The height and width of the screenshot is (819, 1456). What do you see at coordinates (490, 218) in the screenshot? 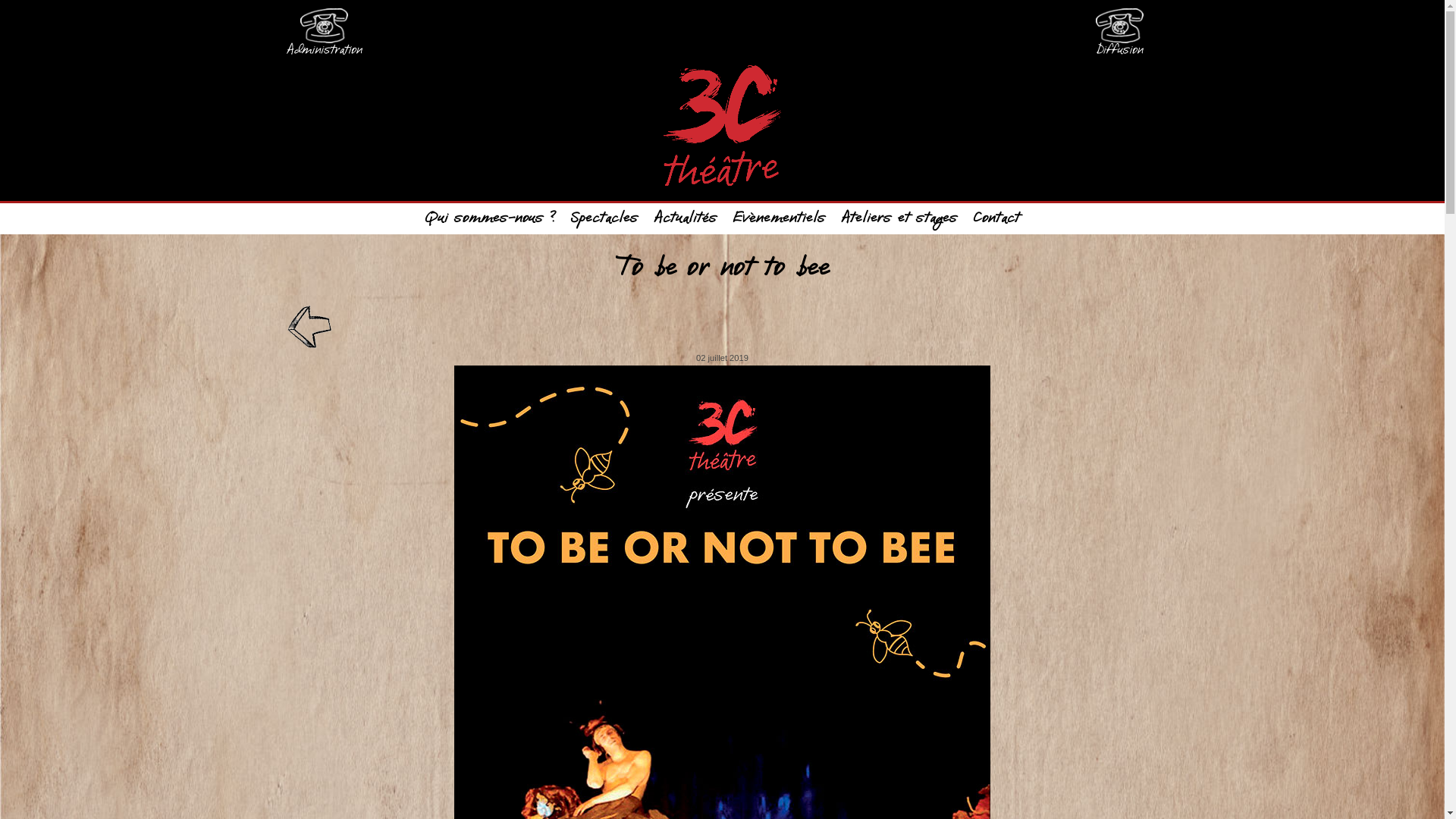
I see `'Qui sommes-nous ?'` at bounding box center [490, 218].